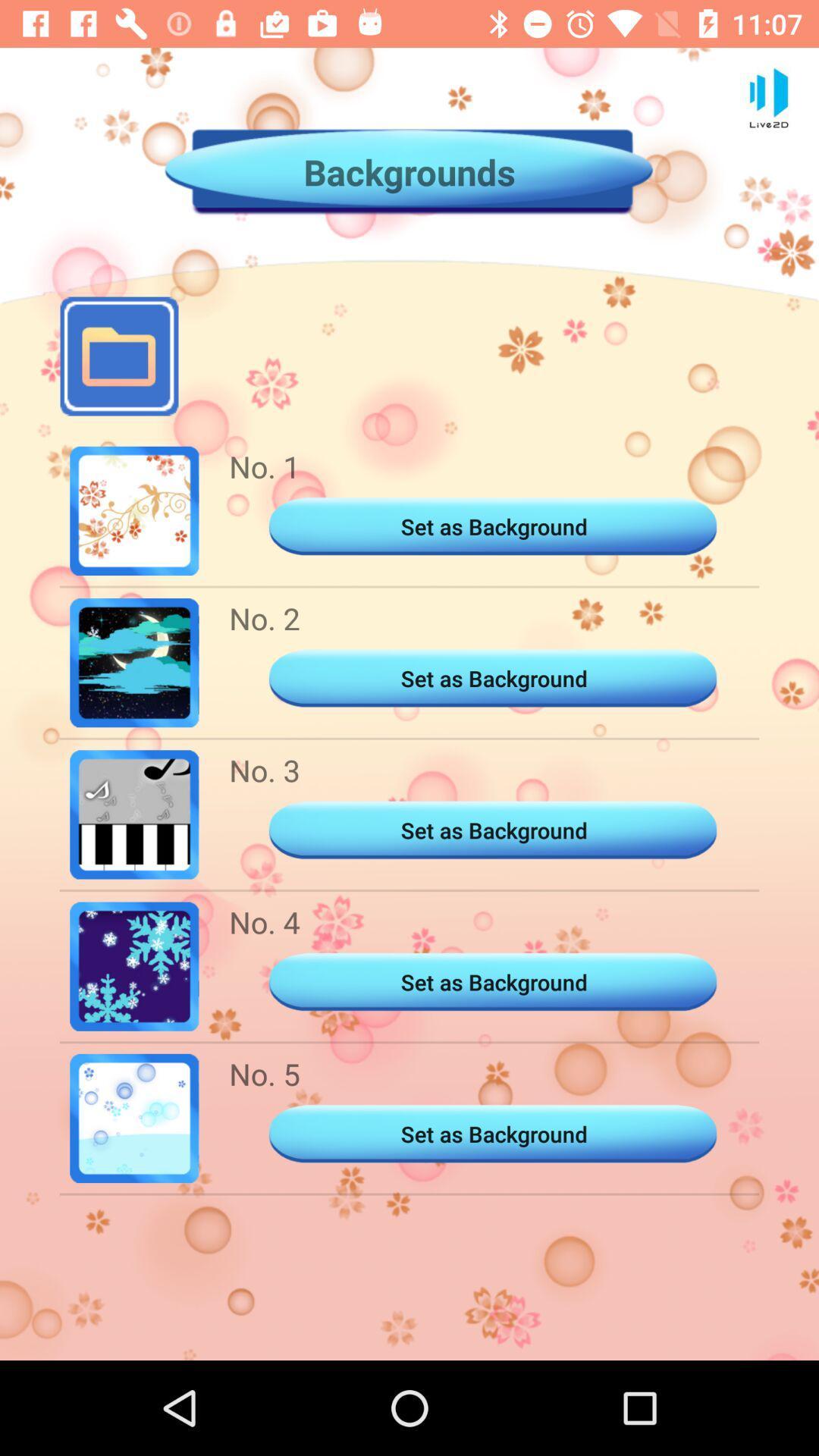 Image resolution: width=819 pixels, height=1456 pixels. I want to click on files, so click(118, 356).